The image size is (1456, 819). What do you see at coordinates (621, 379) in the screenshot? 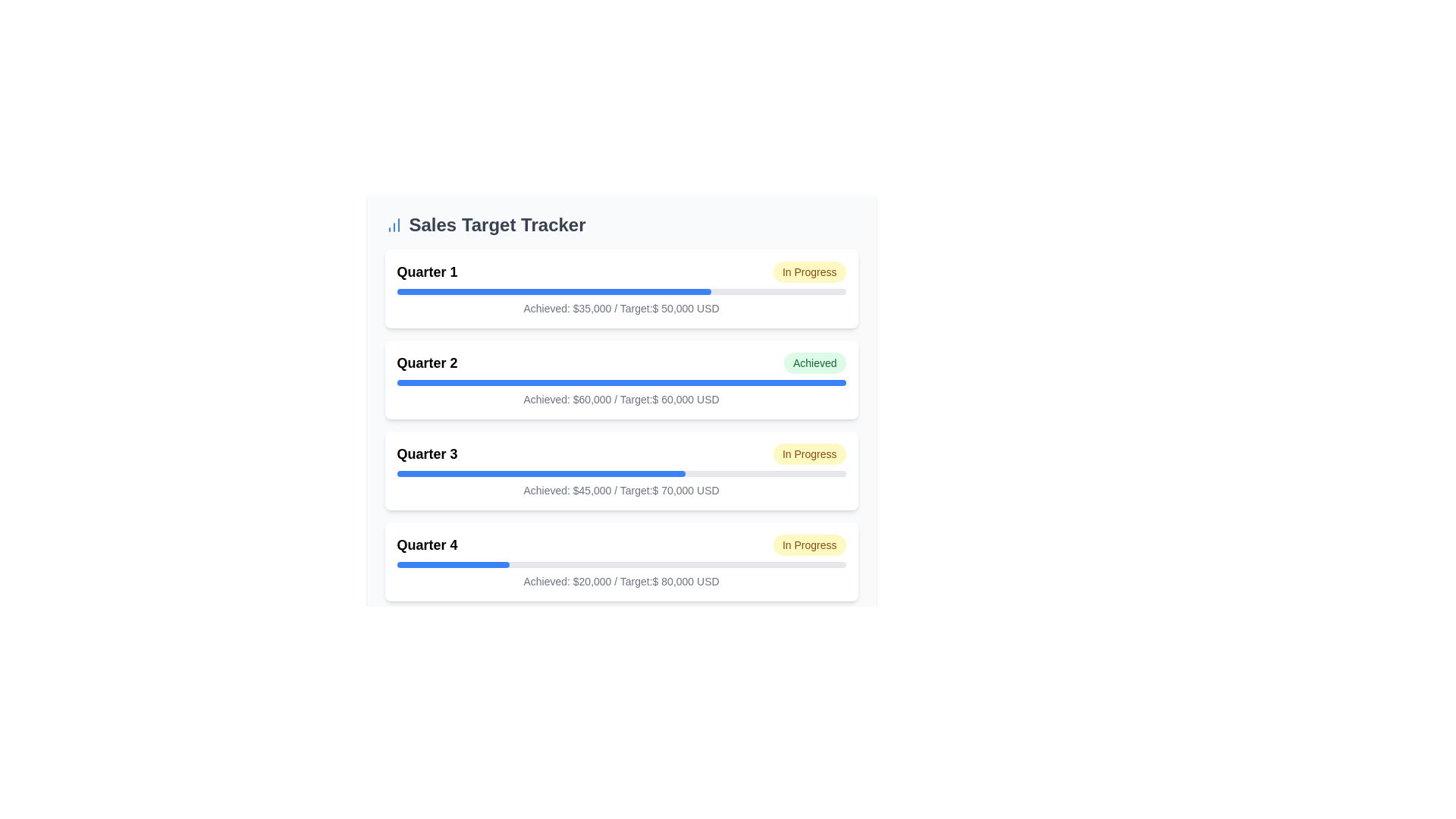
I see `progress bar for the 'Quarter 2' section, which is part of the 'Sales Target Tracker' and visually represented with a blue color indicating completion` at bounding box center [621, 379].